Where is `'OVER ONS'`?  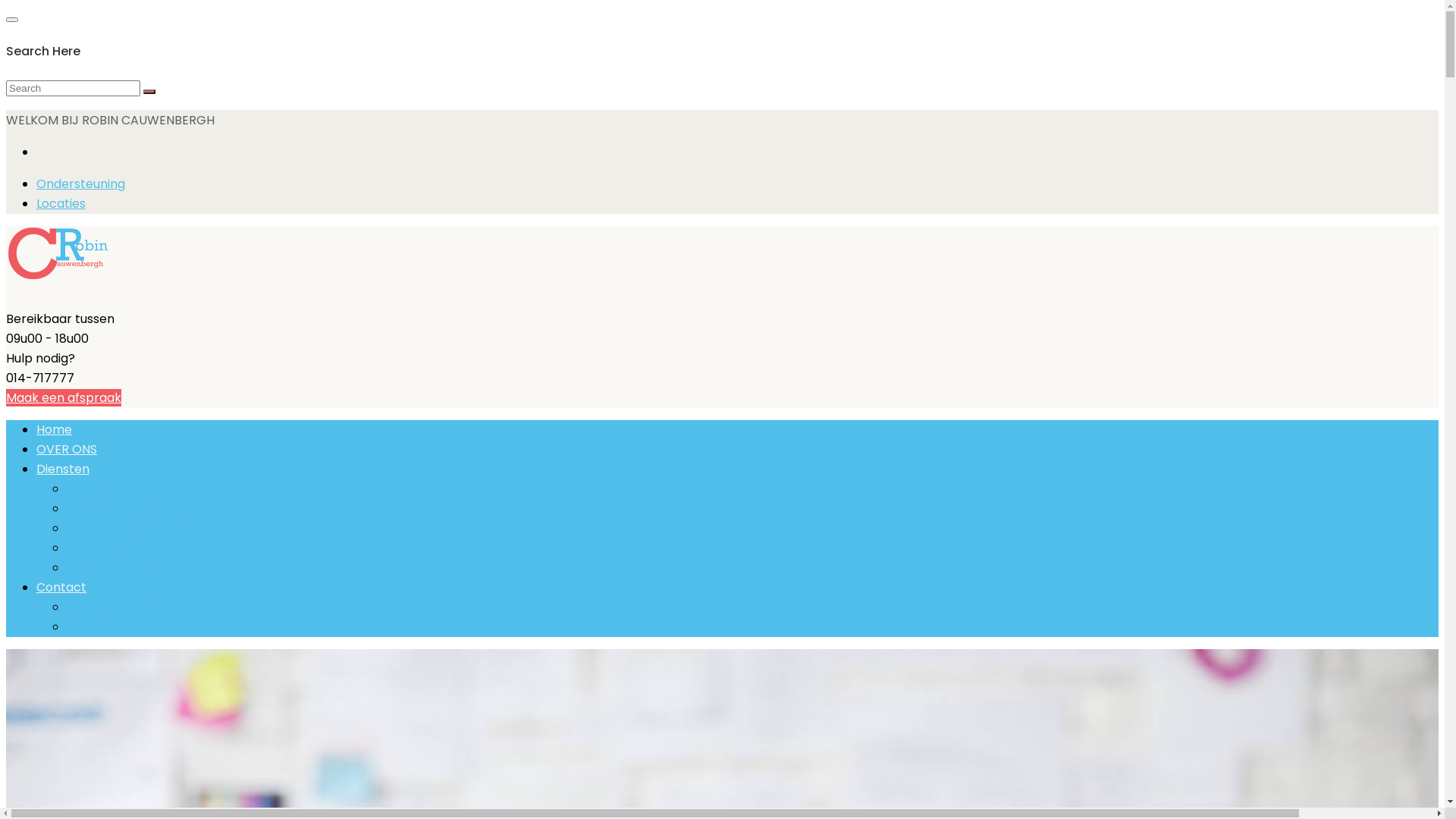 'OVER ONS' is located at coordinates (65, 448).